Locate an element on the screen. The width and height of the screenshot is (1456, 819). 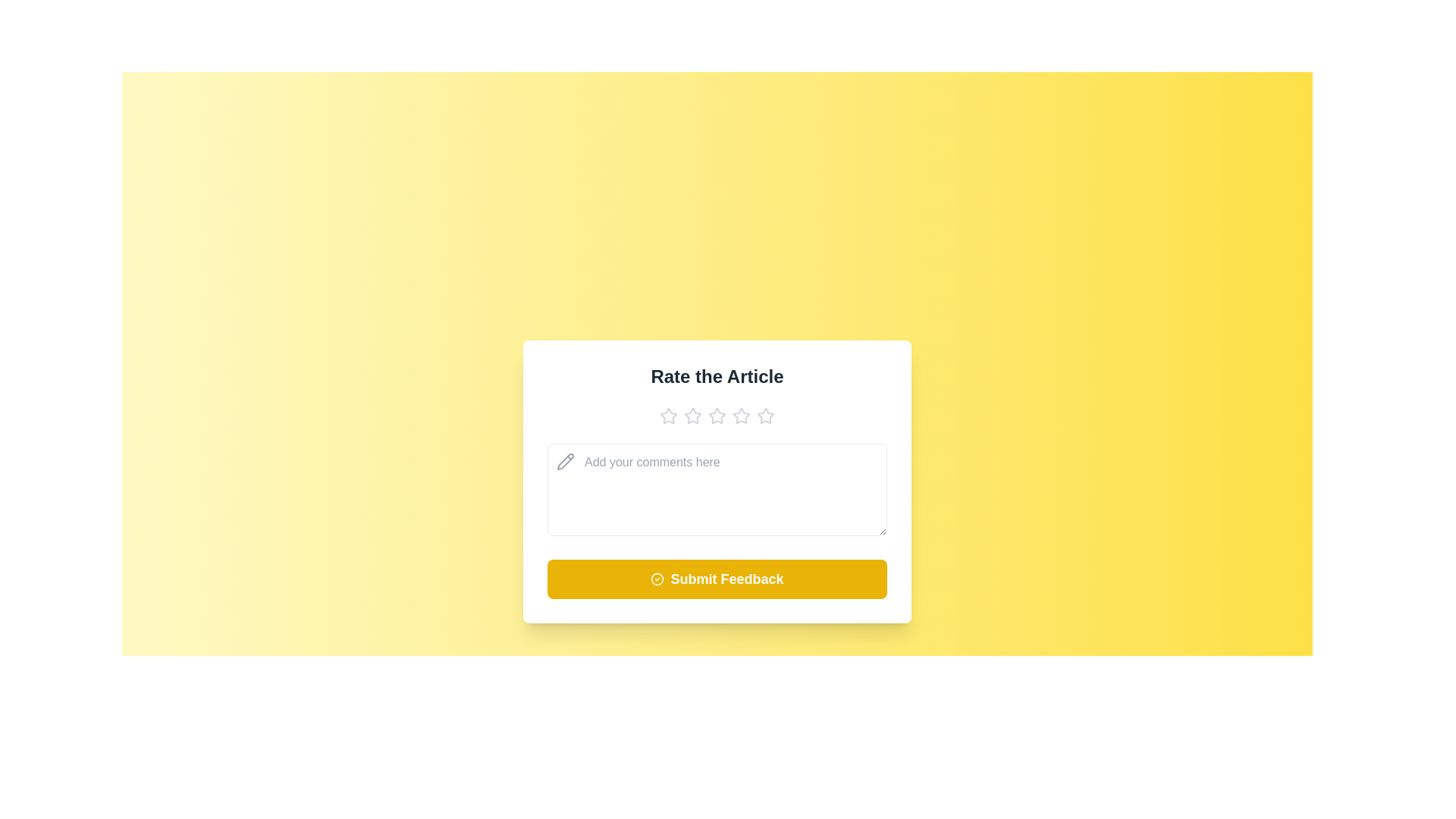
the bold text node displaying 'Submit Feedback' which is centrally aligned within a prominent yellow button at the bottom of the feedback form is located at coordinates (726, 579).